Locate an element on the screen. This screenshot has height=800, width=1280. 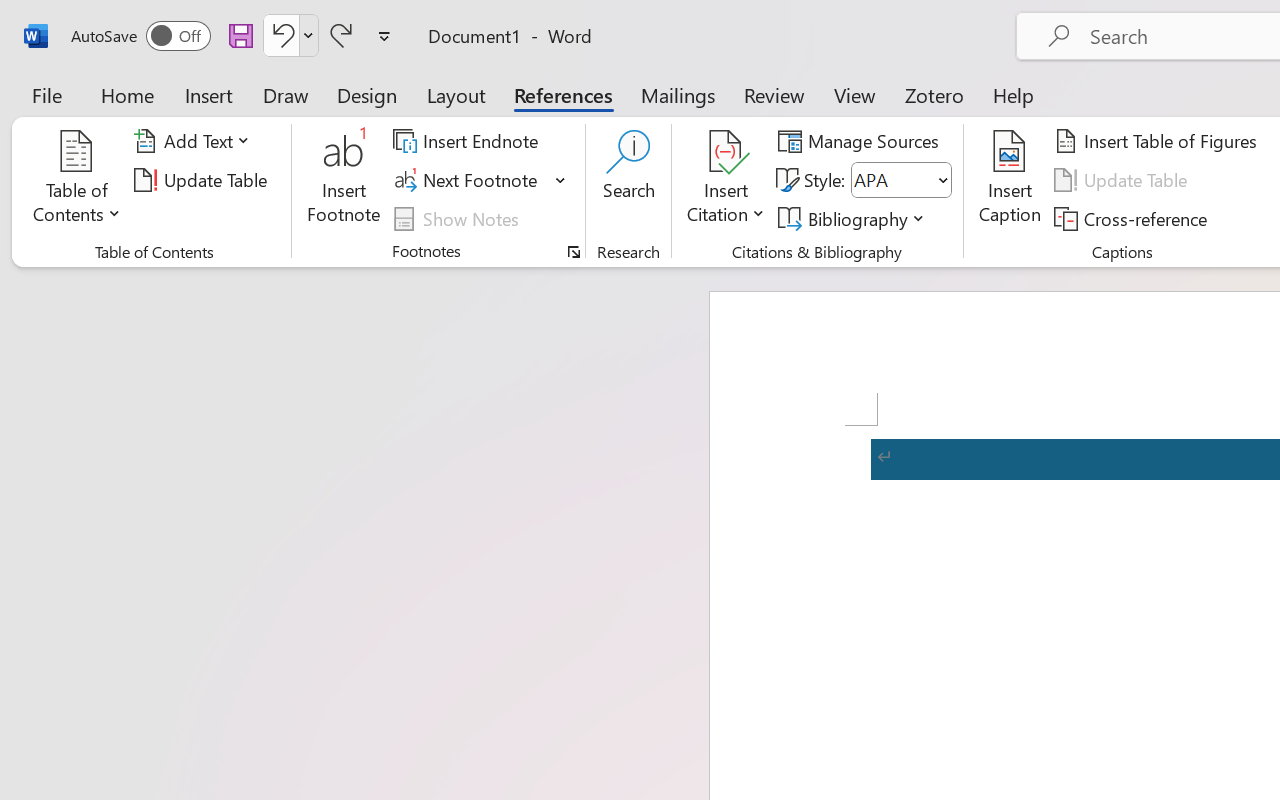
'Add Text' is located at coordinates (195, 141).